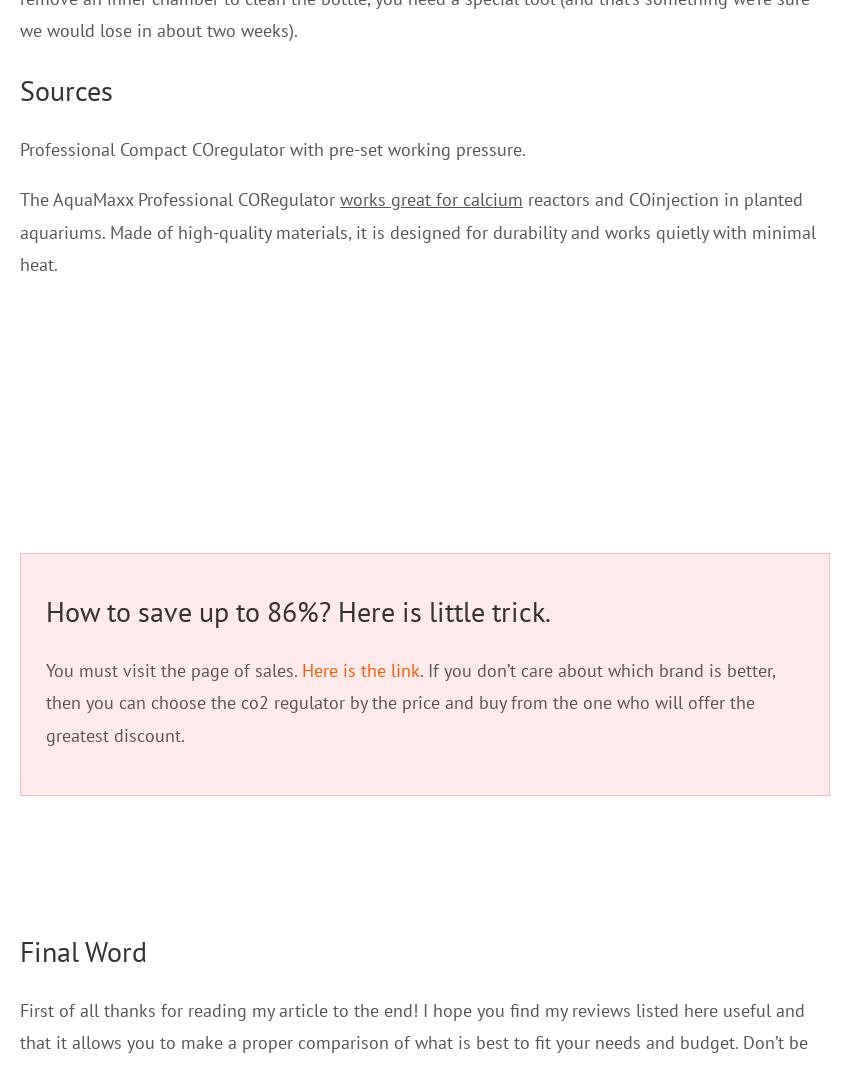 Image resolution: width=850 pixels, height=1065 pixels. I want to click on 'Final Word', so click(83, 950).